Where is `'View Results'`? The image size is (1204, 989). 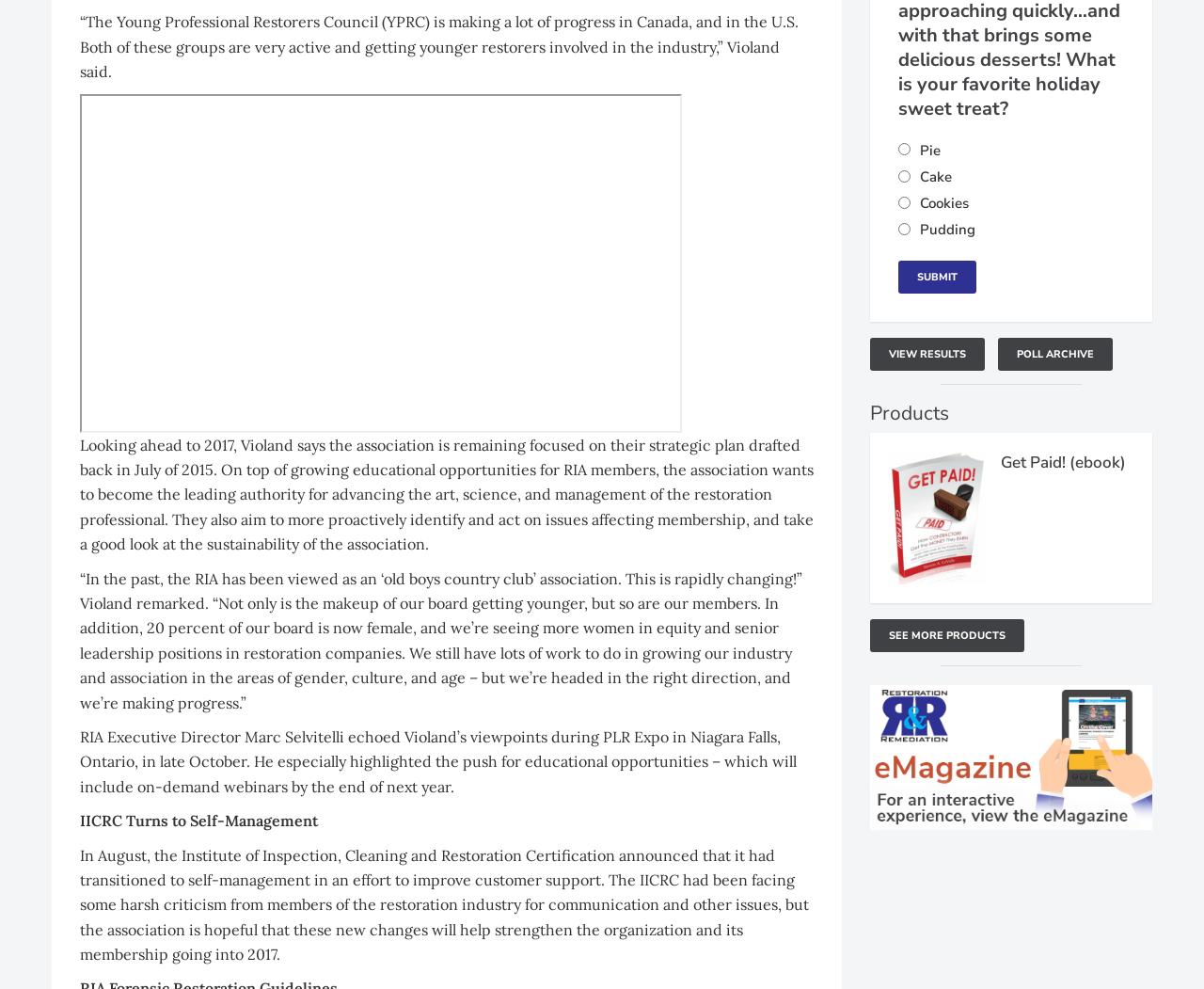
'View Results' is located at coordinates (927, 352).